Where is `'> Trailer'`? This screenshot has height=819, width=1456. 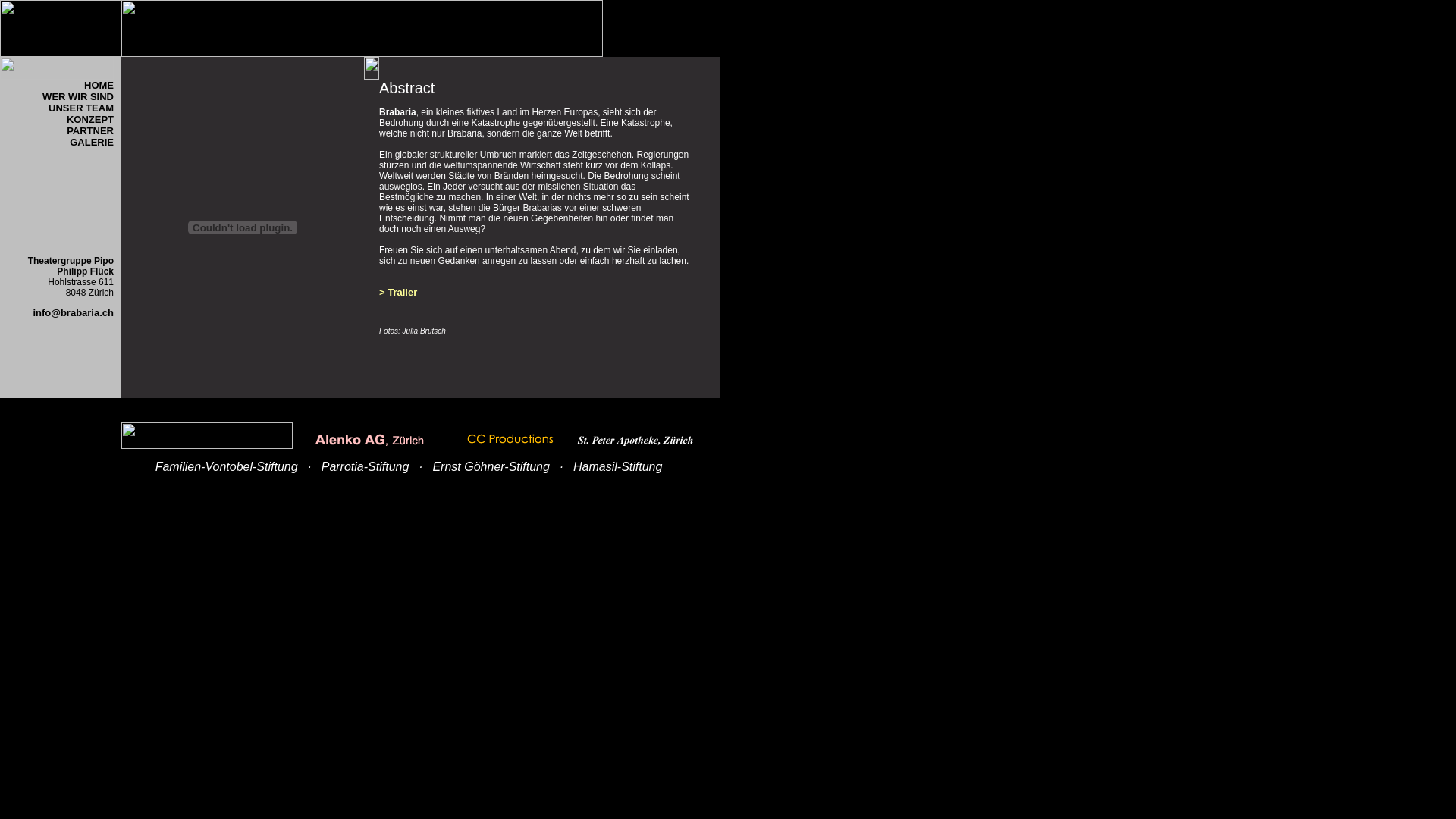 '> Trailer' is located at coordinates (378, 298).